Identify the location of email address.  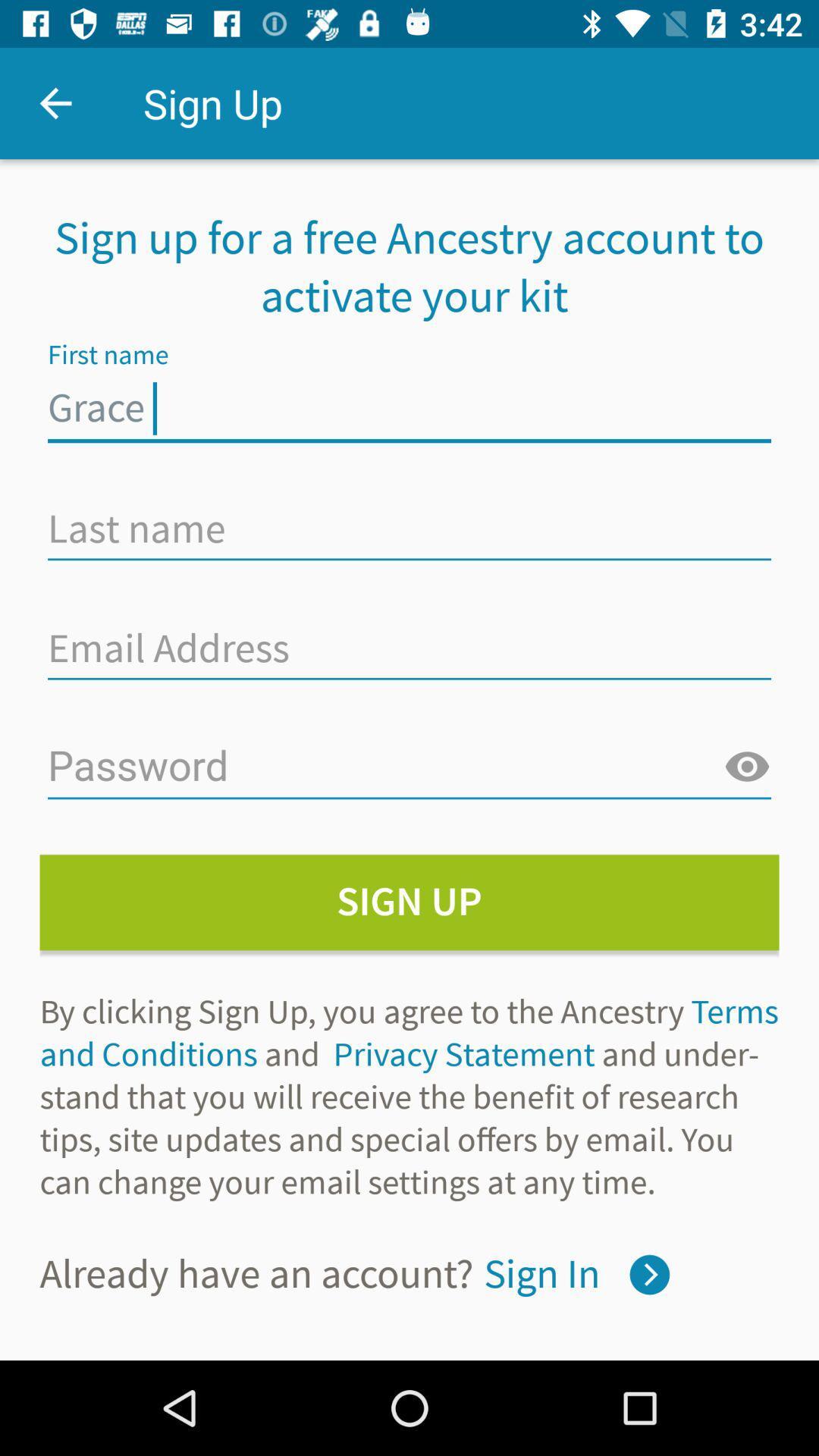
(409, 648).